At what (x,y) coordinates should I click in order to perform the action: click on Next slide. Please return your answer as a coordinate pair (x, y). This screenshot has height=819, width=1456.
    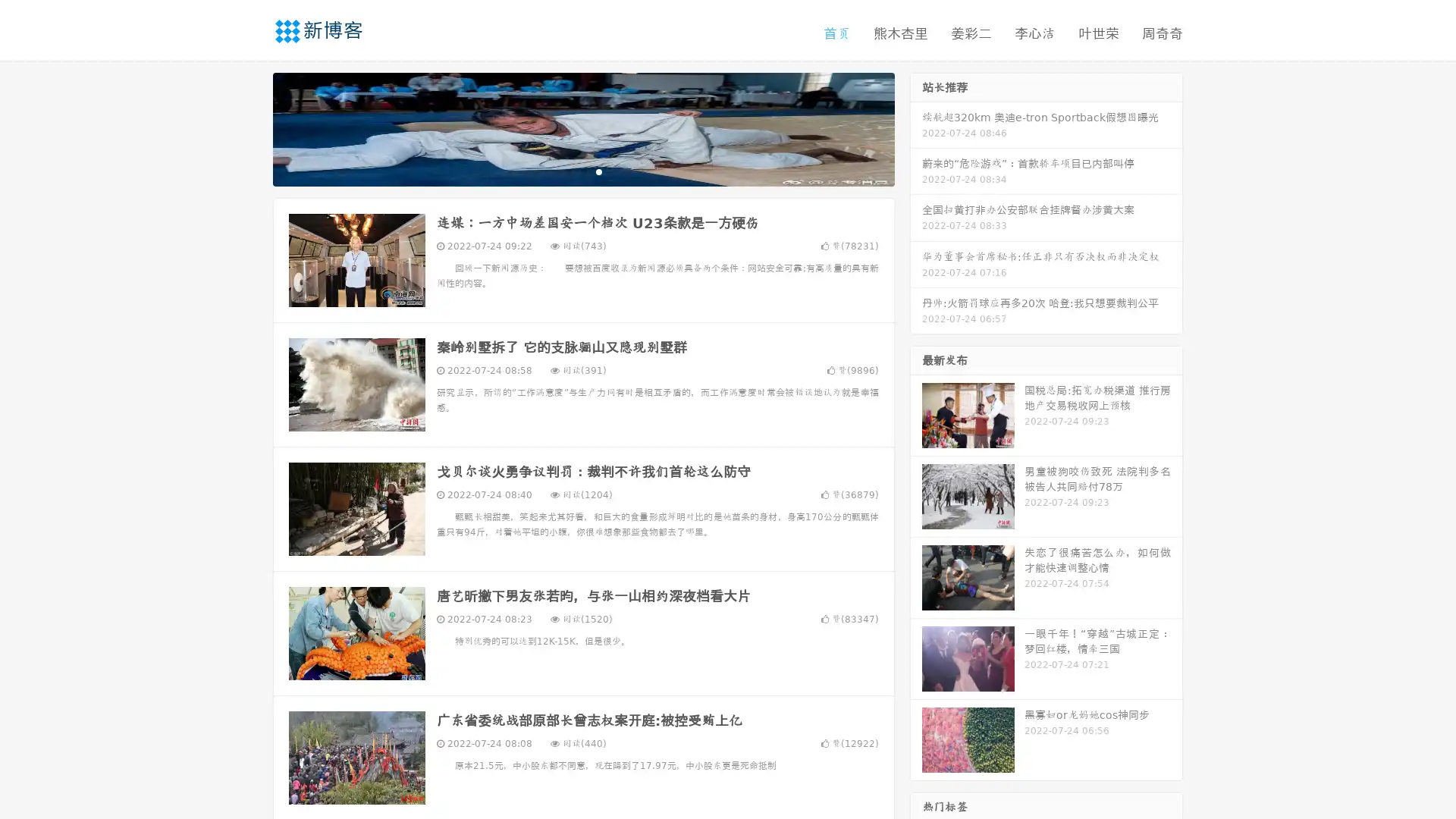
    Looking at the image, I should click on (916, 127).